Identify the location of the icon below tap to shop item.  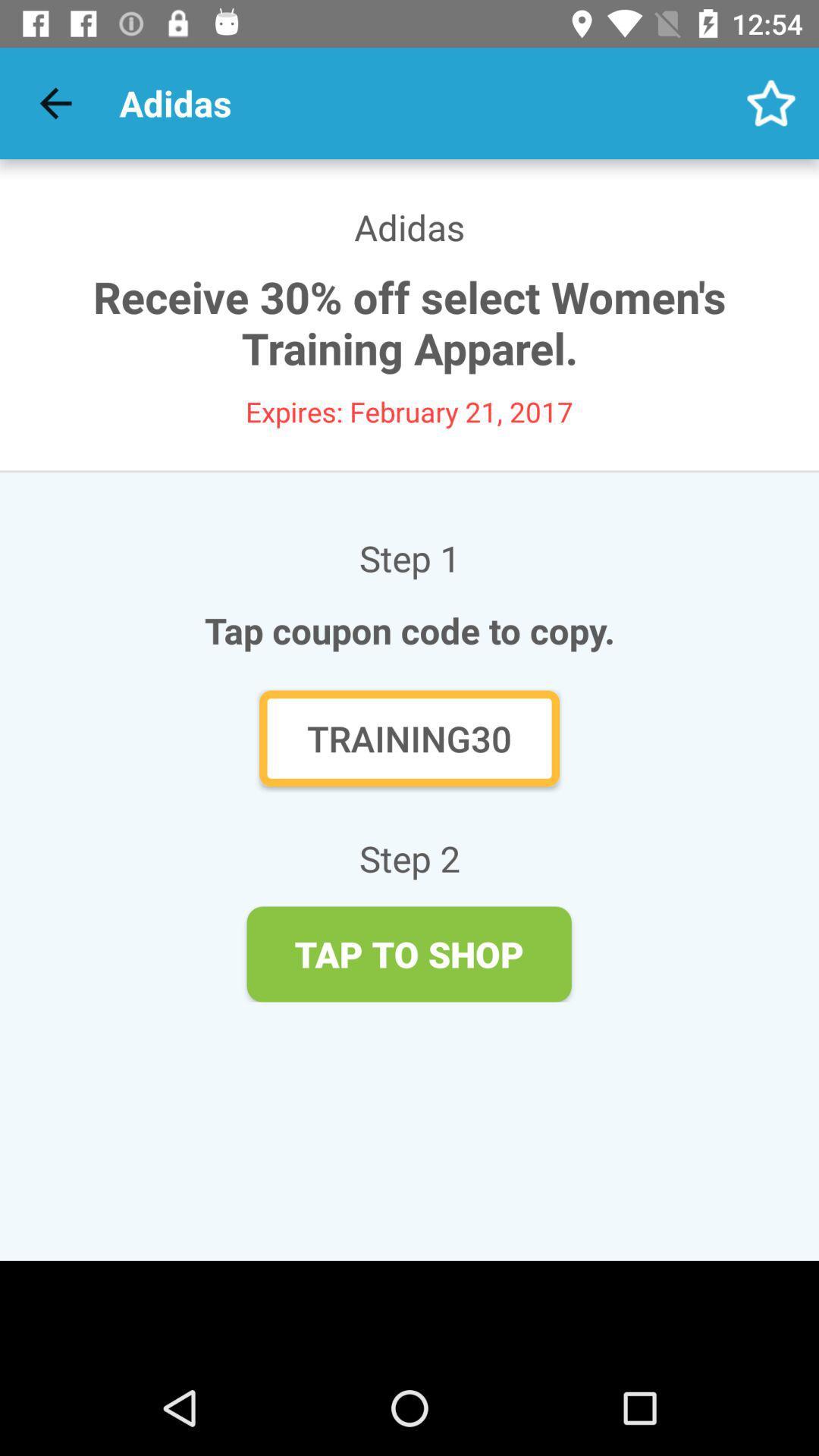
(409, 1310).